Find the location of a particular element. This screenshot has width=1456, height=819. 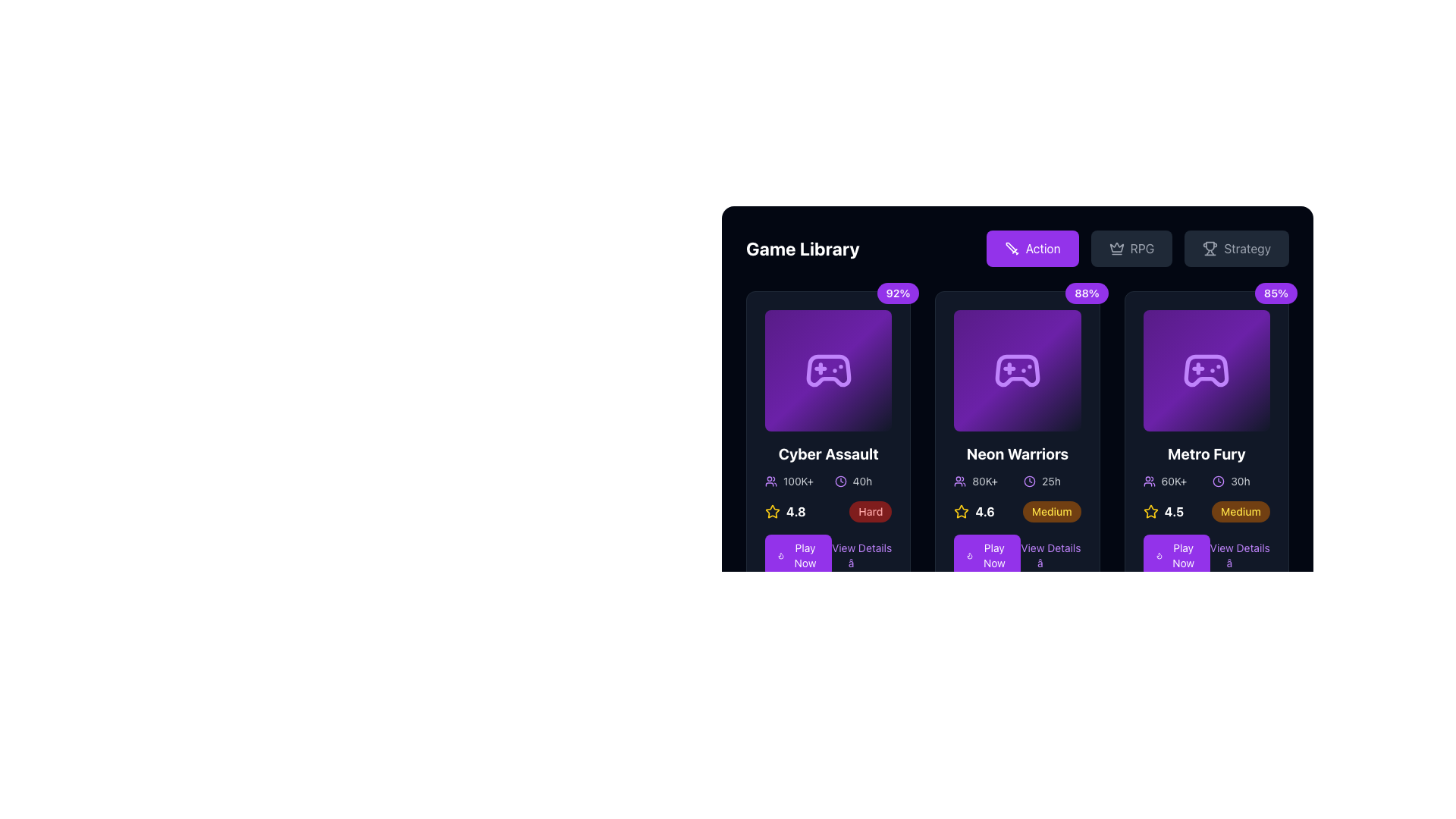

the text displaying '30h' next to the clock icon in the 'Metro Fury' section of the third game card to understand user count is located at coordinates (1171, 482).